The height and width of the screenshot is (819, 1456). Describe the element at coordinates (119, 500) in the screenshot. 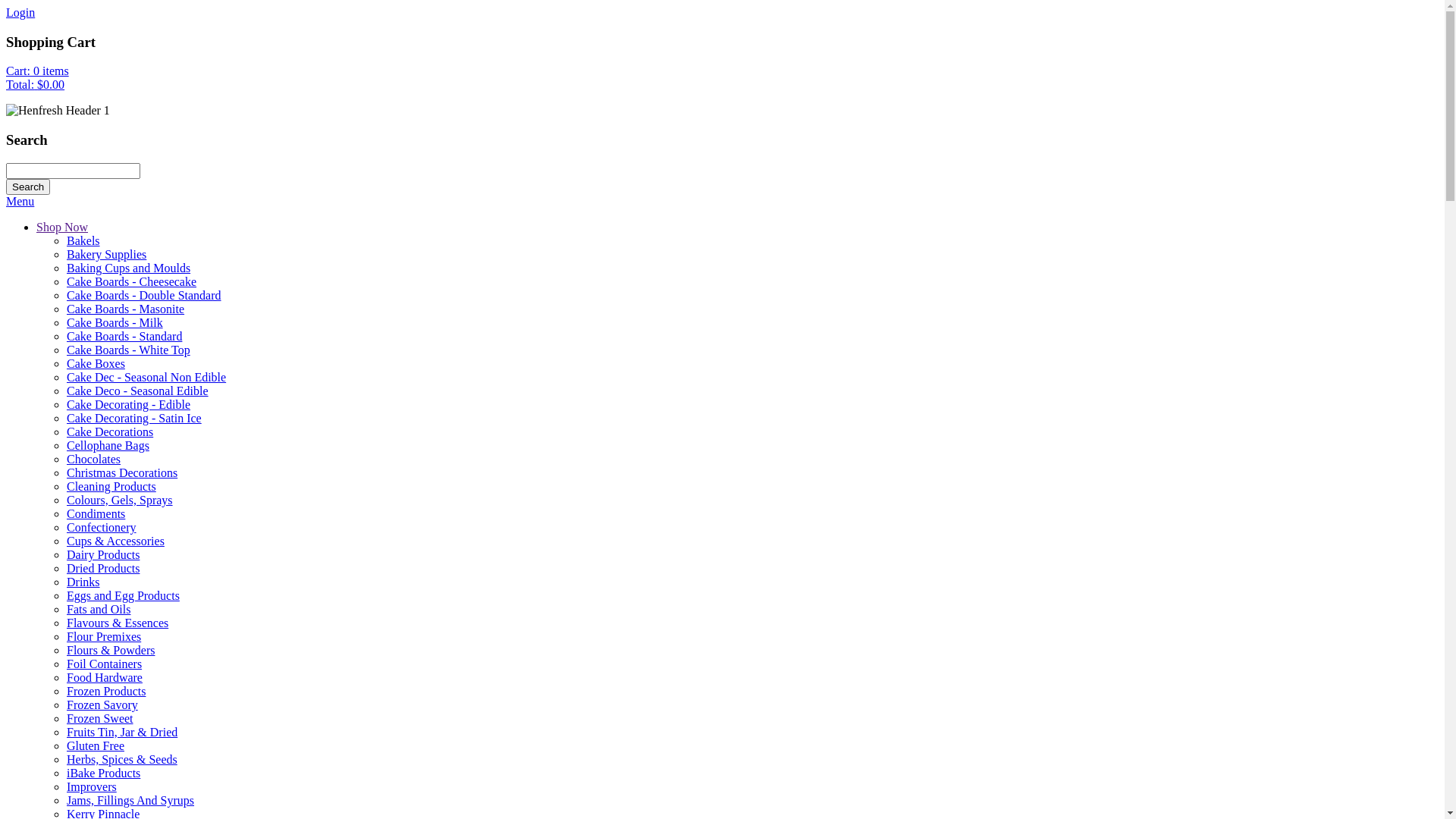

I see `'Colours, Gels, Sprays'` at that location.